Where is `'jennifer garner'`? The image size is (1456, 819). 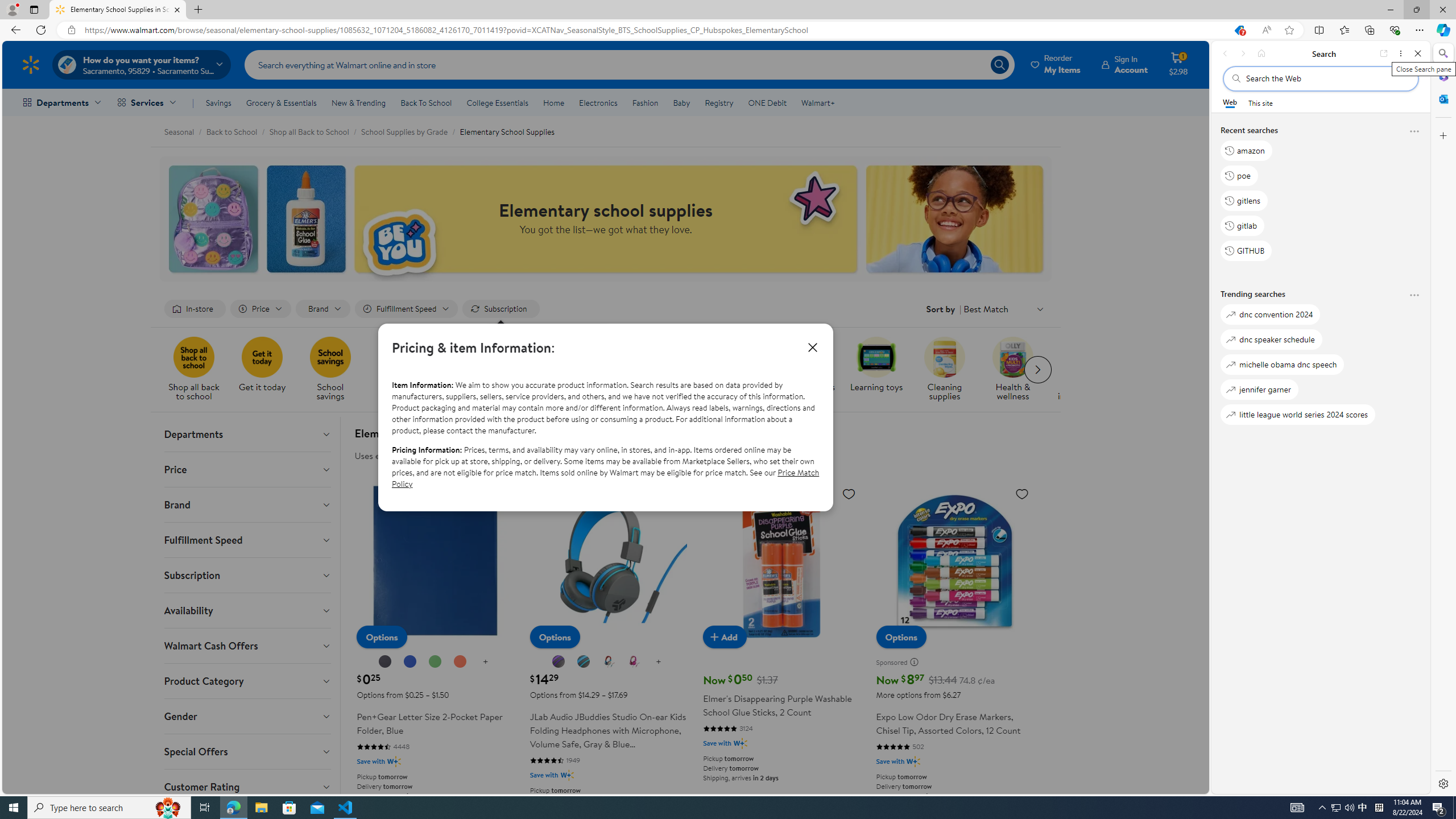 'jennifer garner' is located at coordinates (1259, 388).